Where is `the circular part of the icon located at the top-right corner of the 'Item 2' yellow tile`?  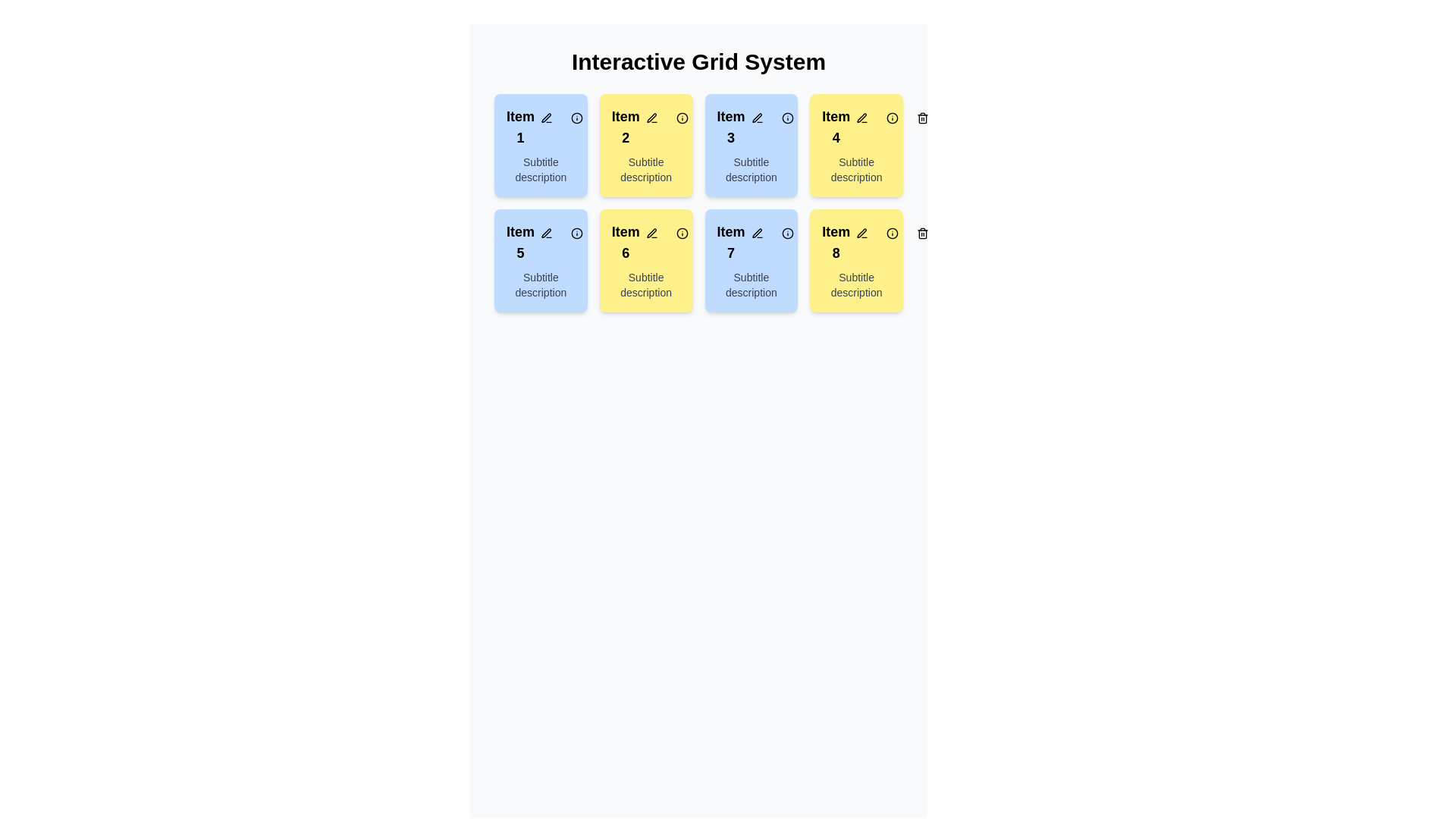 the circular part of the icon located at the top-right corner of the 'Item 2' yellow tile is located at coordinates (681, 117).